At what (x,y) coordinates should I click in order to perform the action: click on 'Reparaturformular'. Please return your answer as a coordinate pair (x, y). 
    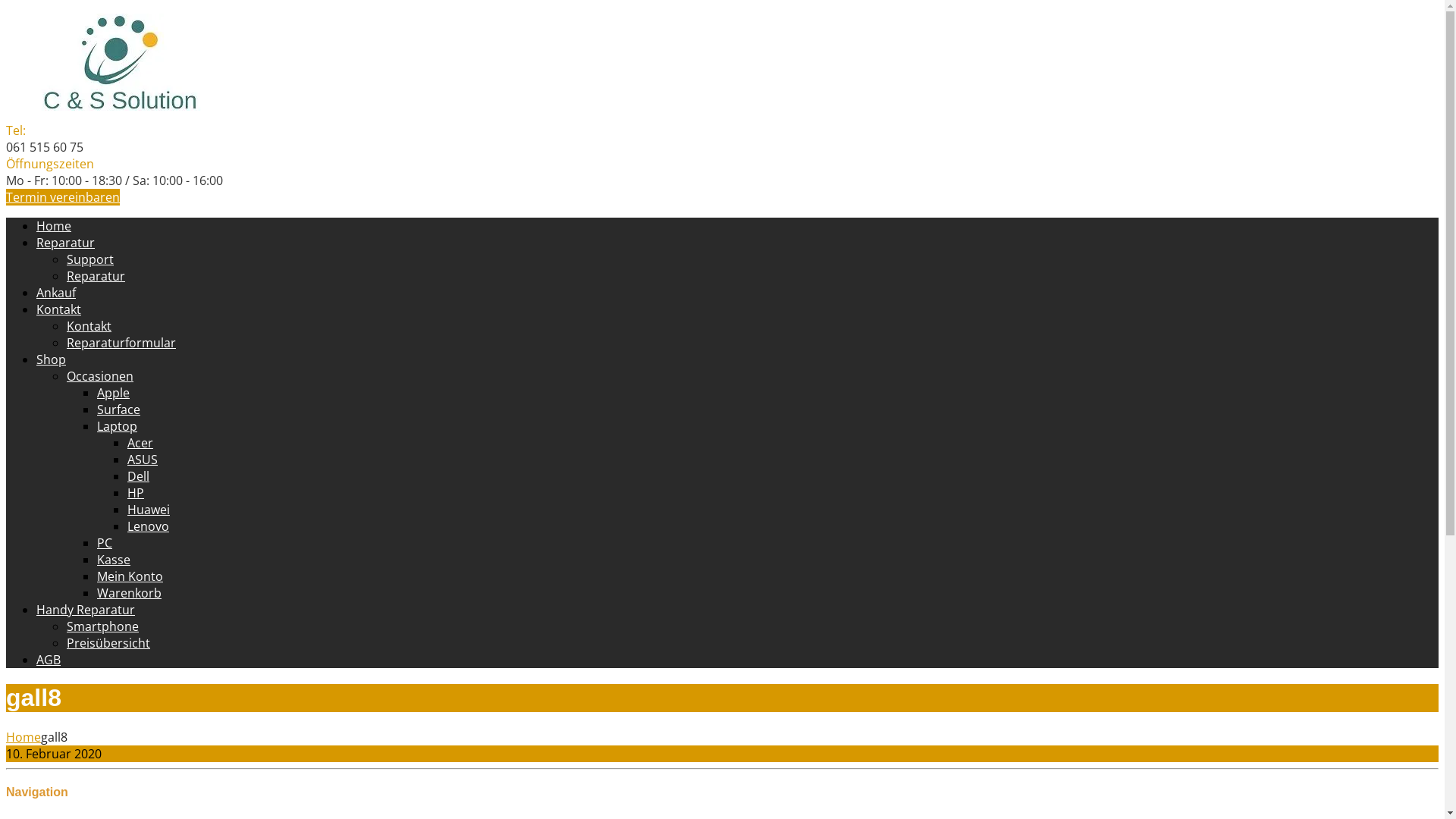
    Looking at the image, I should click on (120, 342).